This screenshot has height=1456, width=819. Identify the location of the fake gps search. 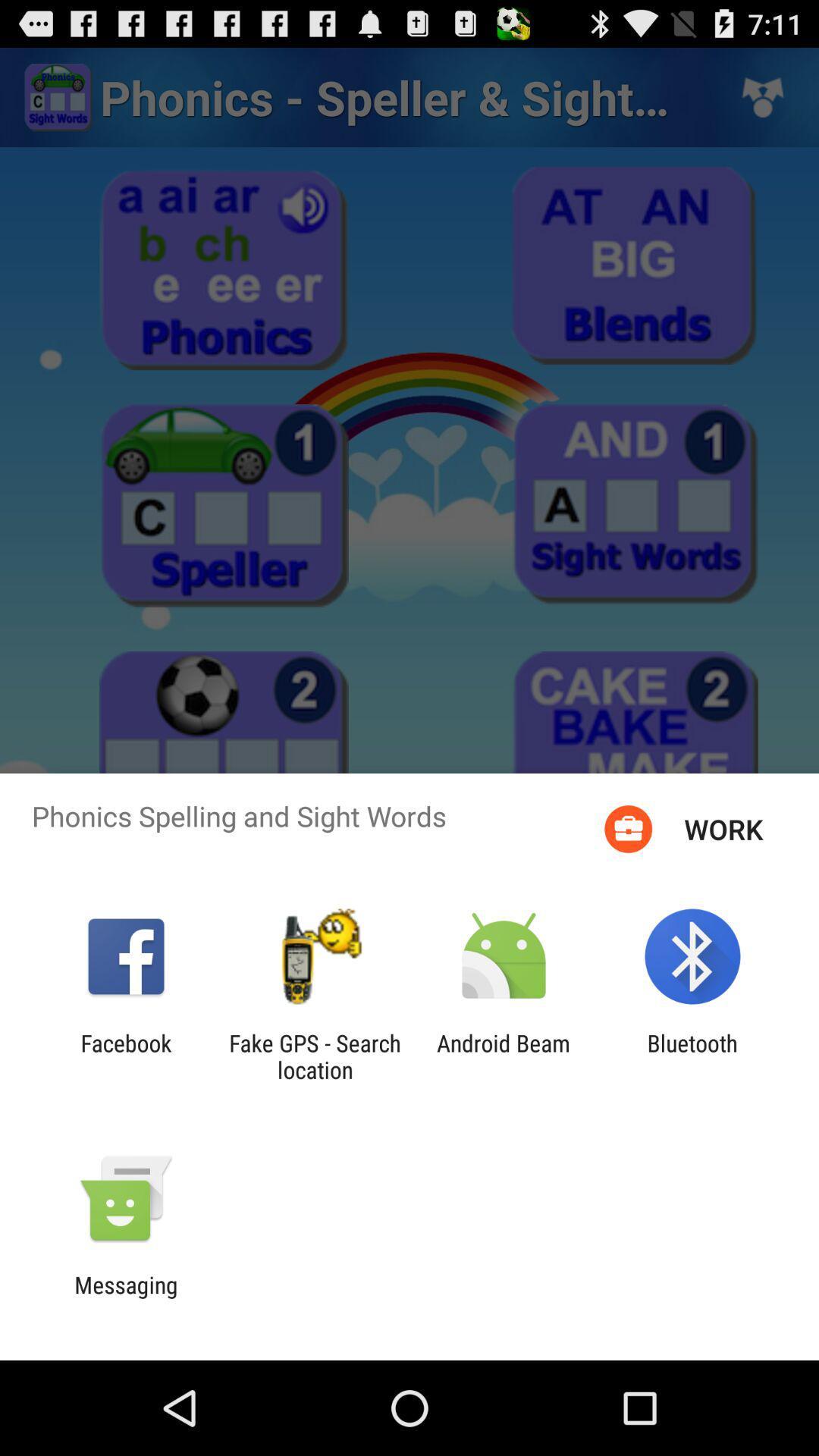
(314, 1056).